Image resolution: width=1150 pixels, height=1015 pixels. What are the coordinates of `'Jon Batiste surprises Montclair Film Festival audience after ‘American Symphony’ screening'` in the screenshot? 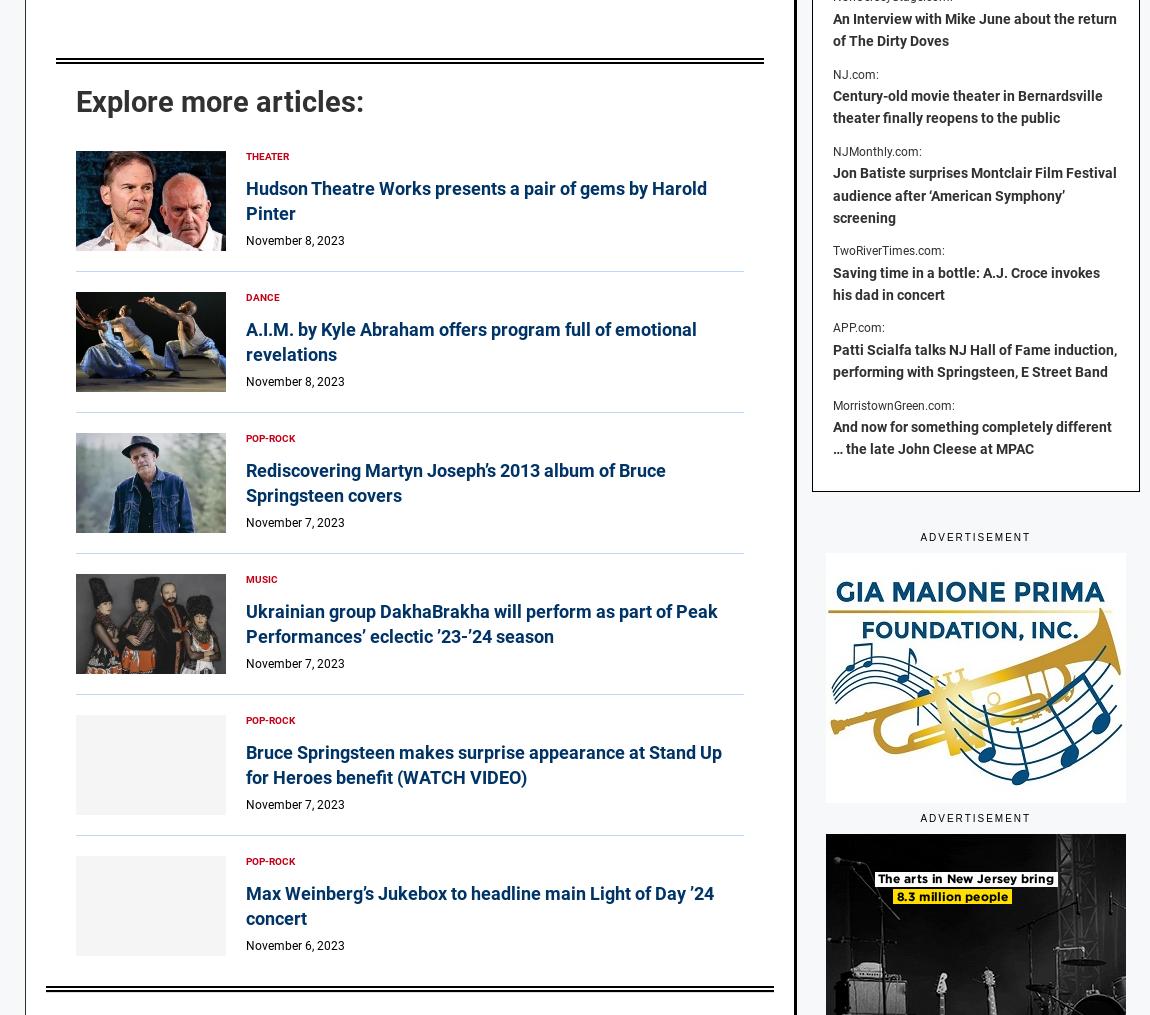 It's located at (974, 193).